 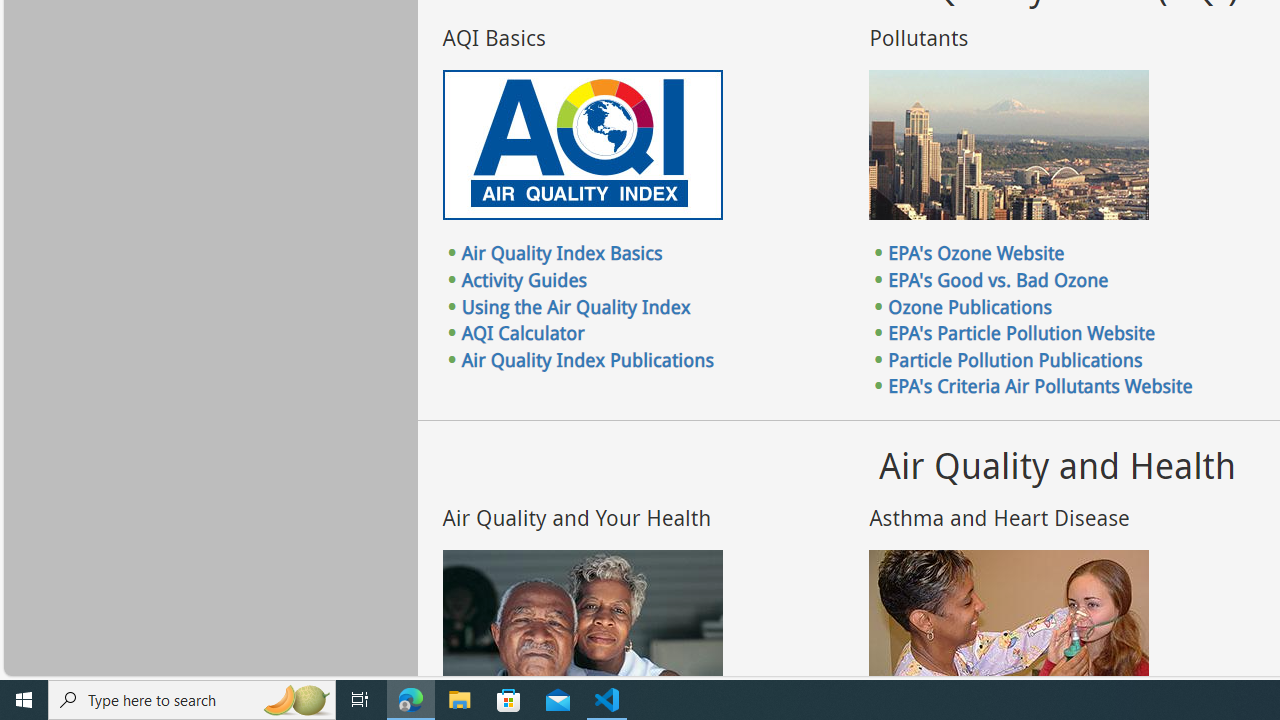 I want to click on 'Air Quality Index Publications', so click(x=586, y=358).